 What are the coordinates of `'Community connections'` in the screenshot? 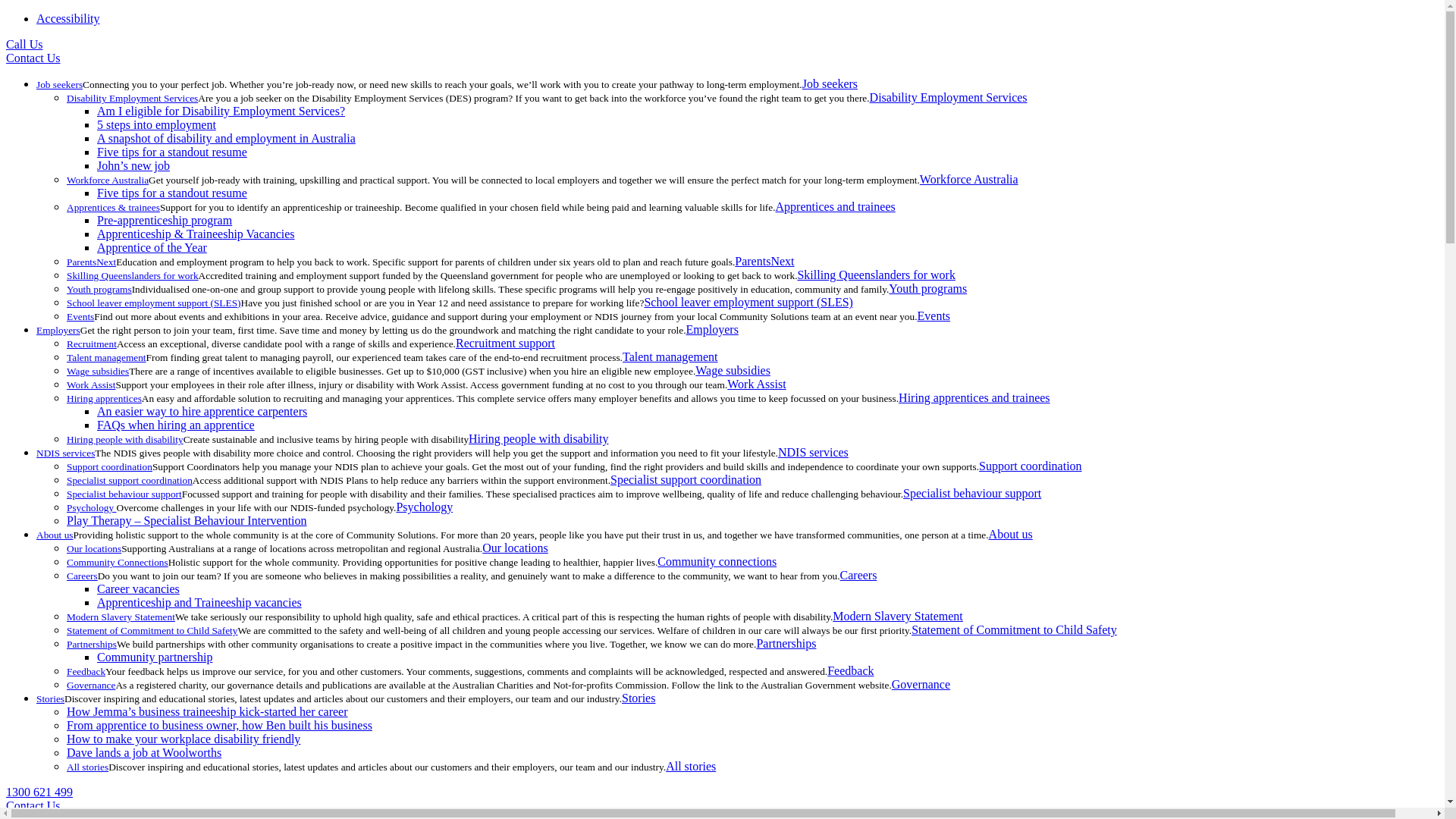 It's located at (716, 561).